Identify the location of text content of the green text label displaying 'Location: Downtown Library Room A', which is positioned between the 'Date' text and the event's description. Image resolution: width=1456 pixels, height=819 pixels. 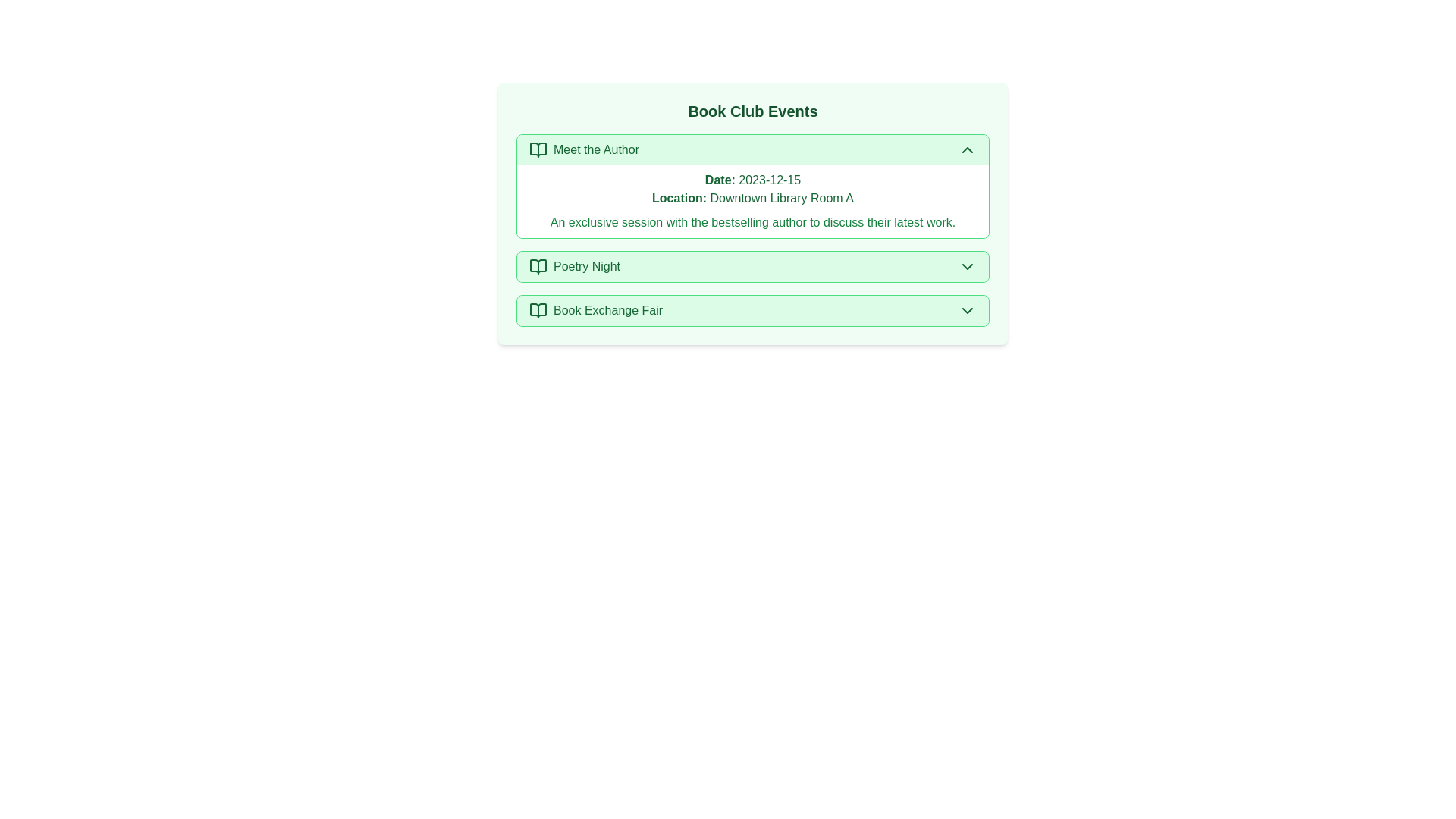
(753, 198).